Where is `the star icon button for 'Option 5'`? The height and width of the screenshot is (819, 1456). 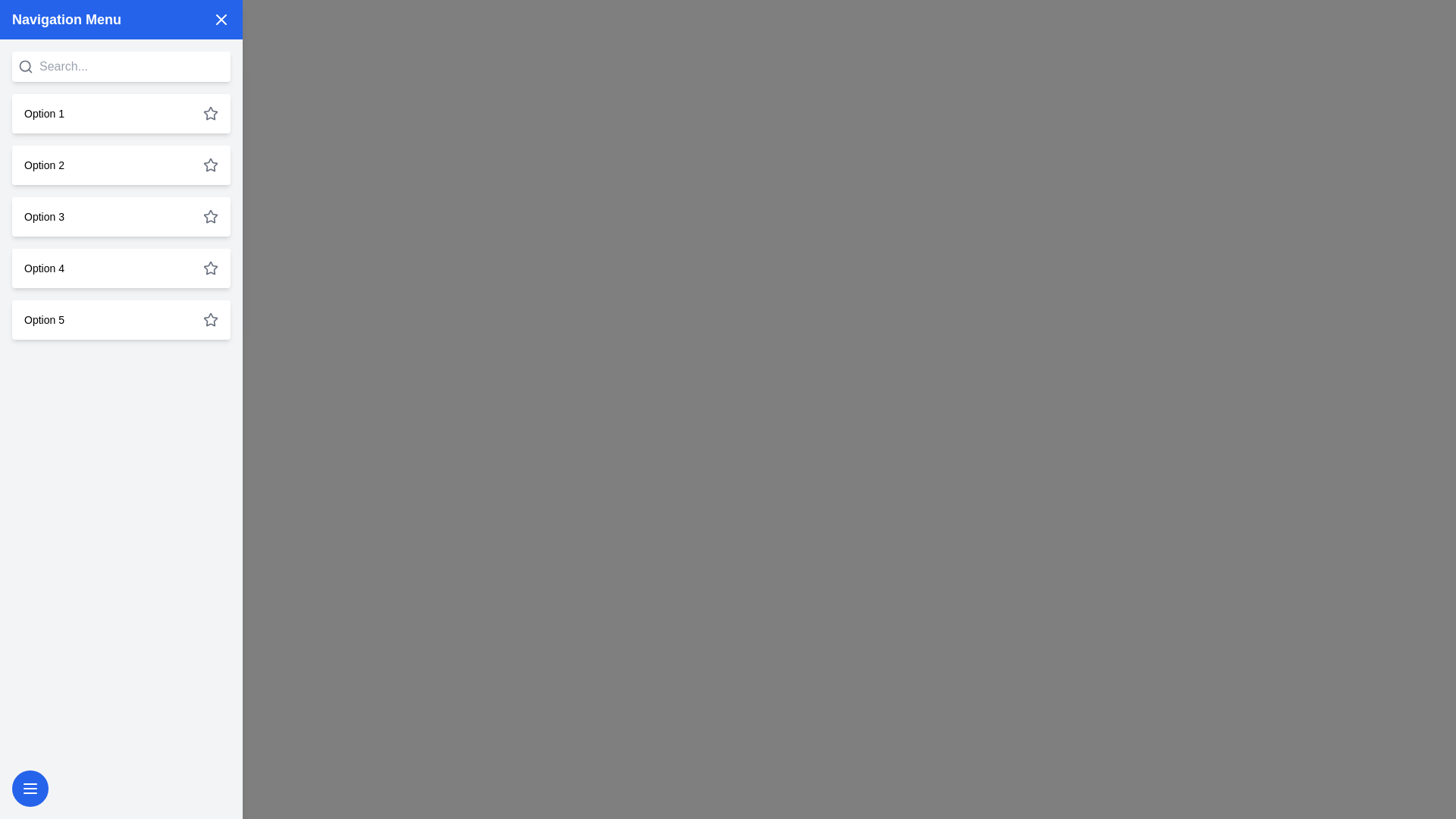 the star icon button for 'Option 5' is located at coordinates (210, 318).